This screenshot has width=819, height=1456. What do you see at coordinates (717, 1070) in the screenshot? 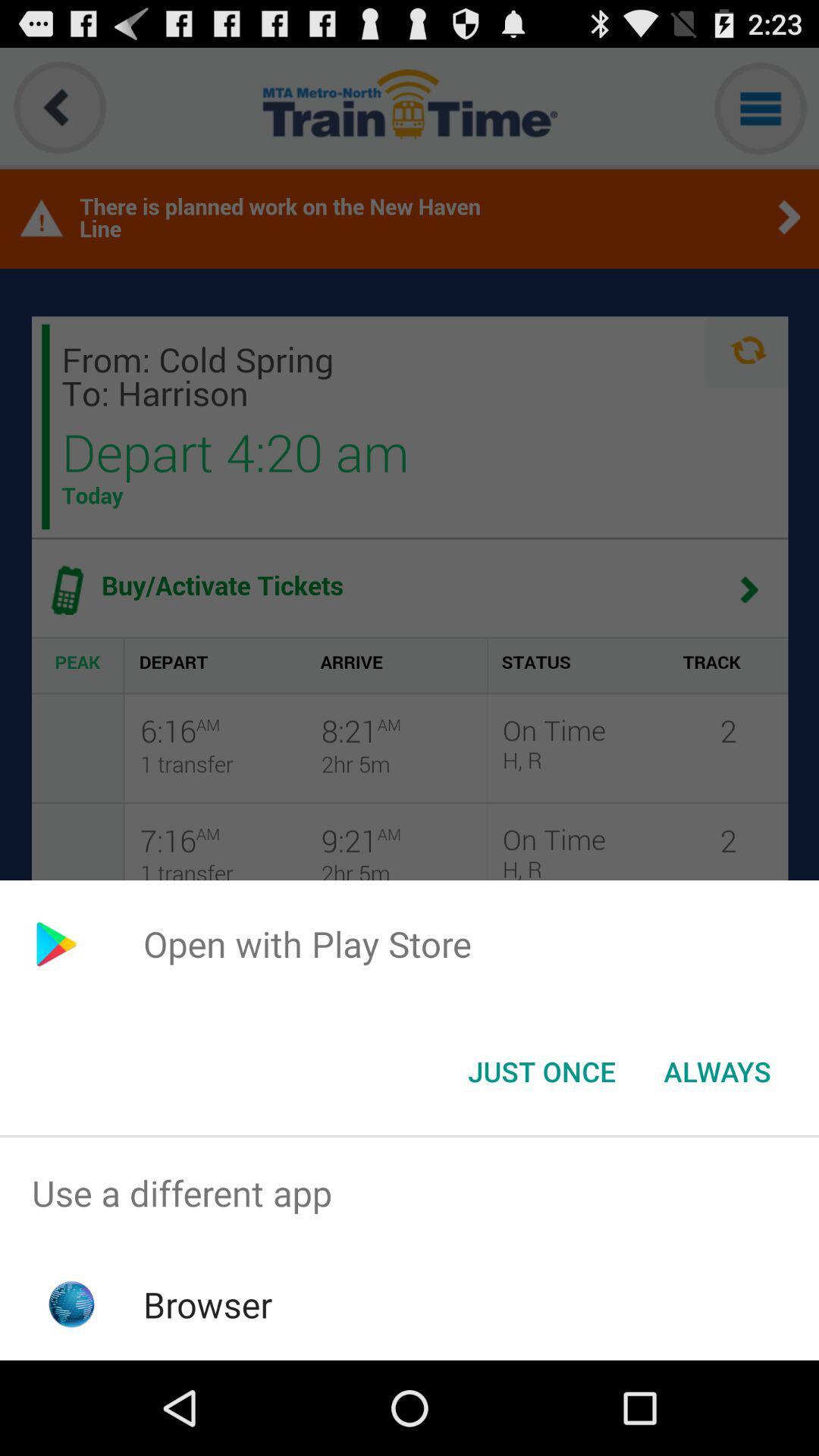
I see `the button next to the just once item` at bounding box center [717, 1070].